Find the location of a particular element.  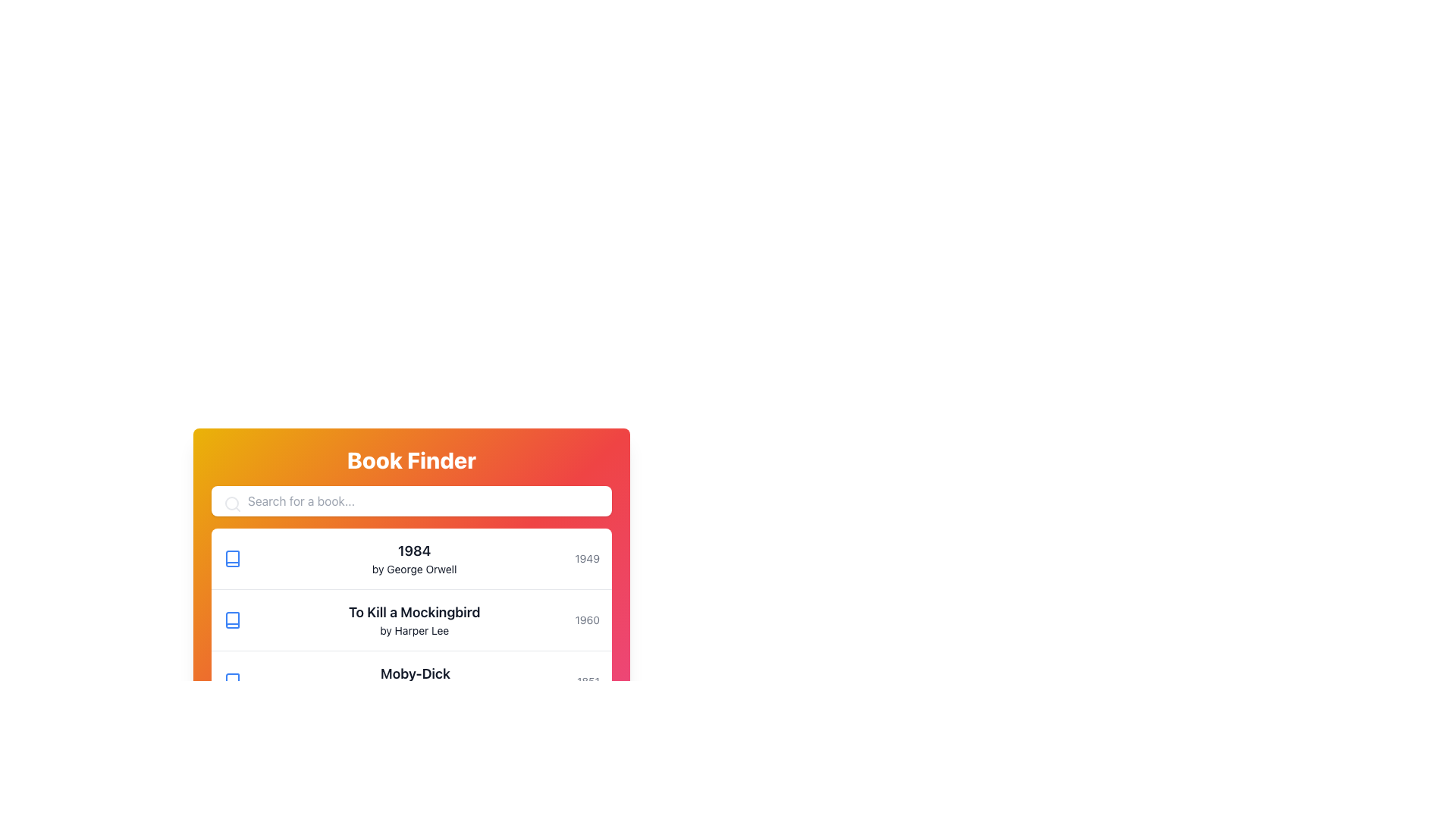

the book icon representing 'To Kill a Mockingbird' by 'Harper Lee' is located at coordinates (232, 620).